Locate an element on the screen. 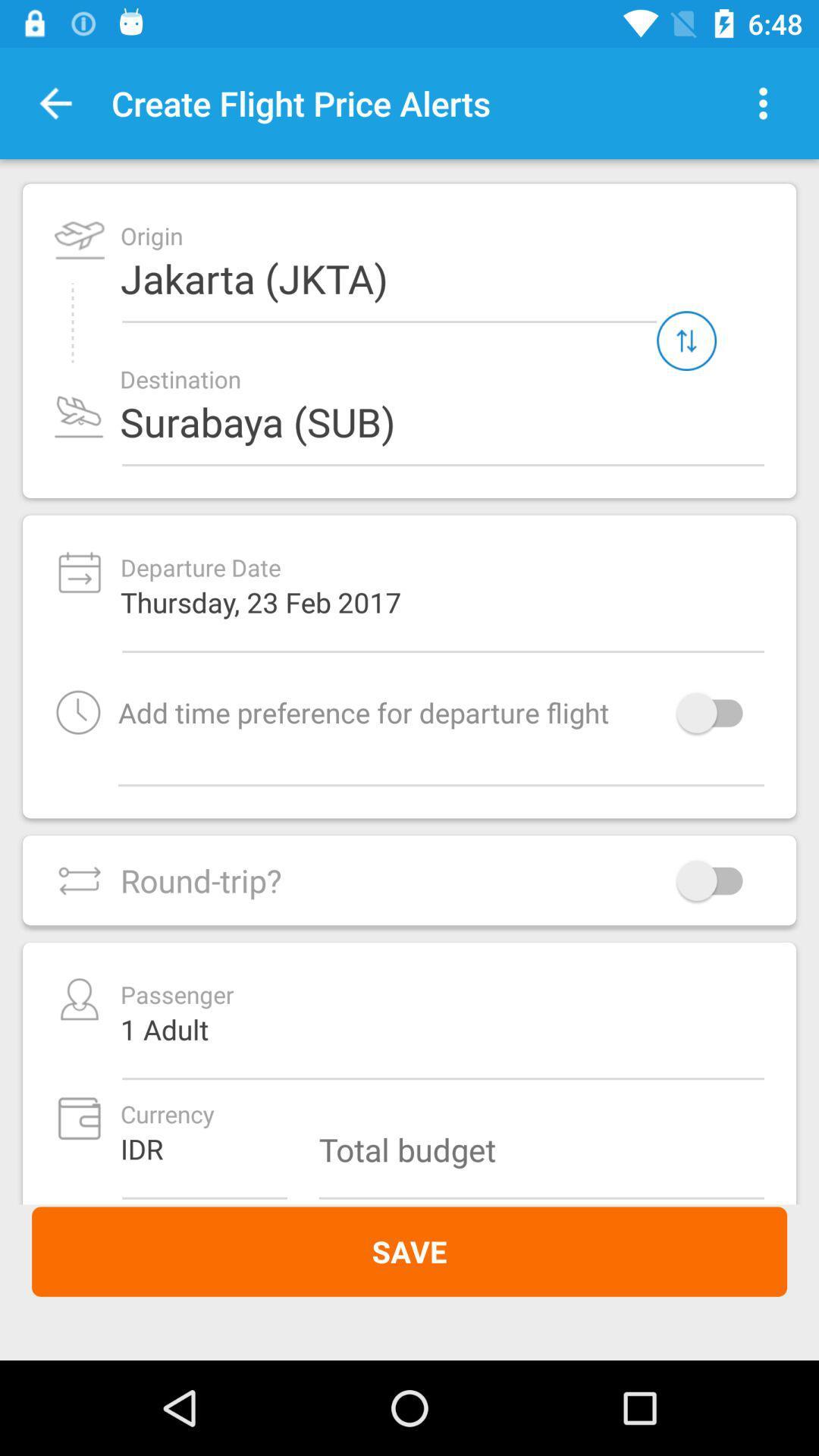 The height and width of the screenshot is (1456, 819). setting is located at coordinates (763, 102).